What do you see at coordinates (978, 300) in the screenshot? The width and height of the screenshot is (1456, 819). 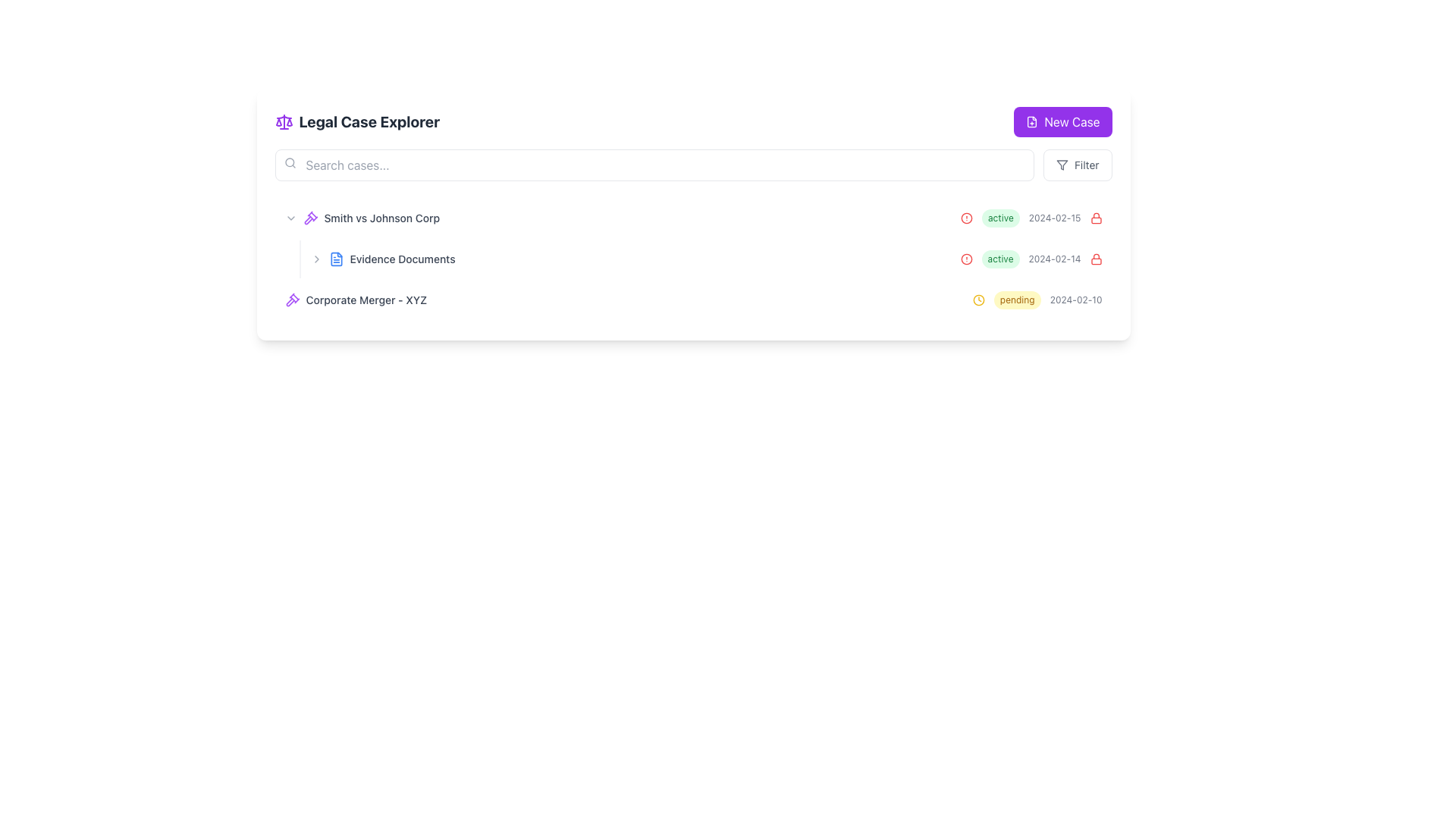 I see `the circular shape of the clock icon indicating time or status, located on the right side of the list entry labeled 'Corporate Merger - XYZ'` at bounding box center [978, 300].